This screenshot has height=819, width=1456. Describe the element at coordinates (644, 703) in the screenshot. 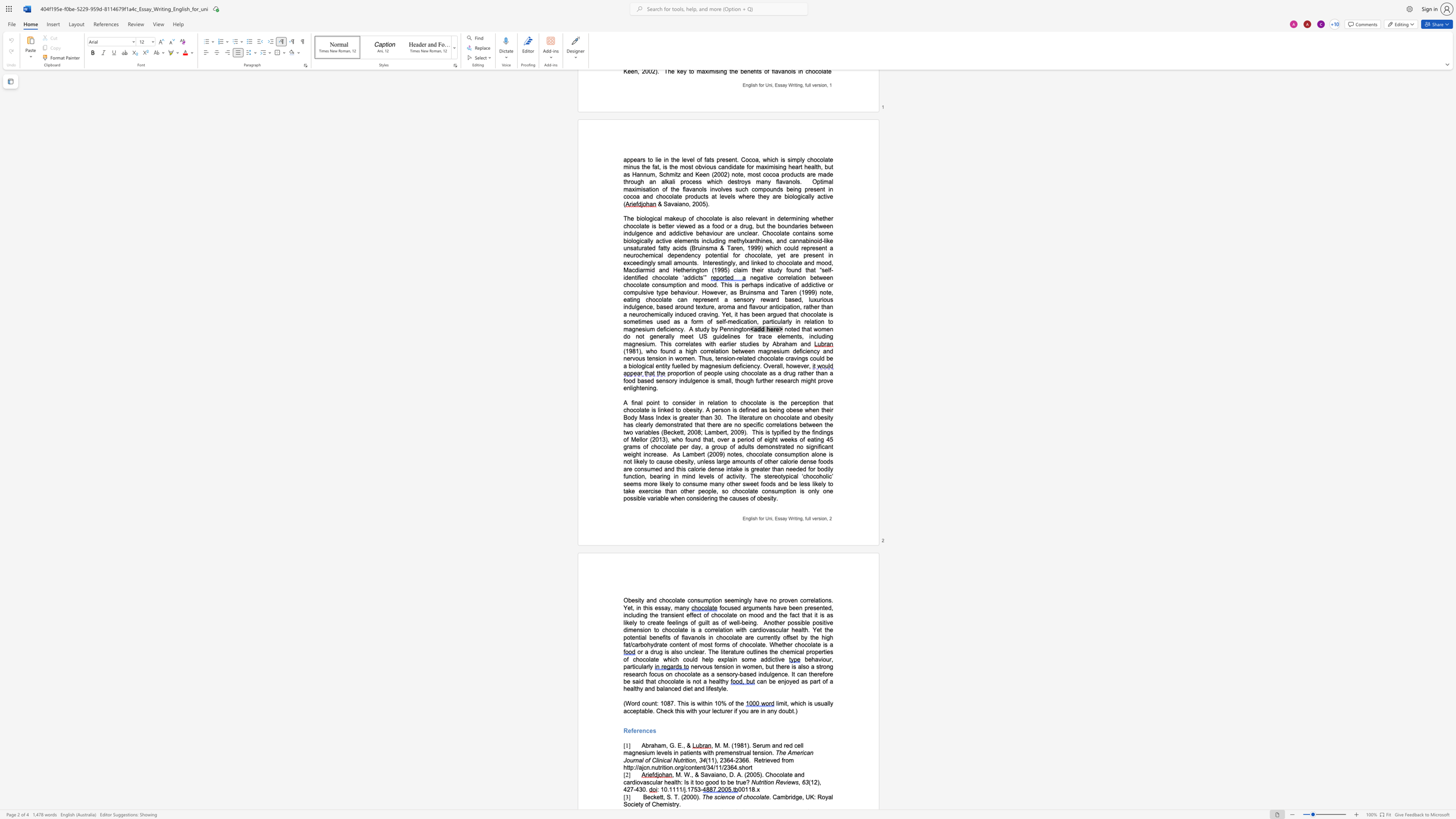

I see `the space between the continuous character "c" and "o" in the text` at that location.